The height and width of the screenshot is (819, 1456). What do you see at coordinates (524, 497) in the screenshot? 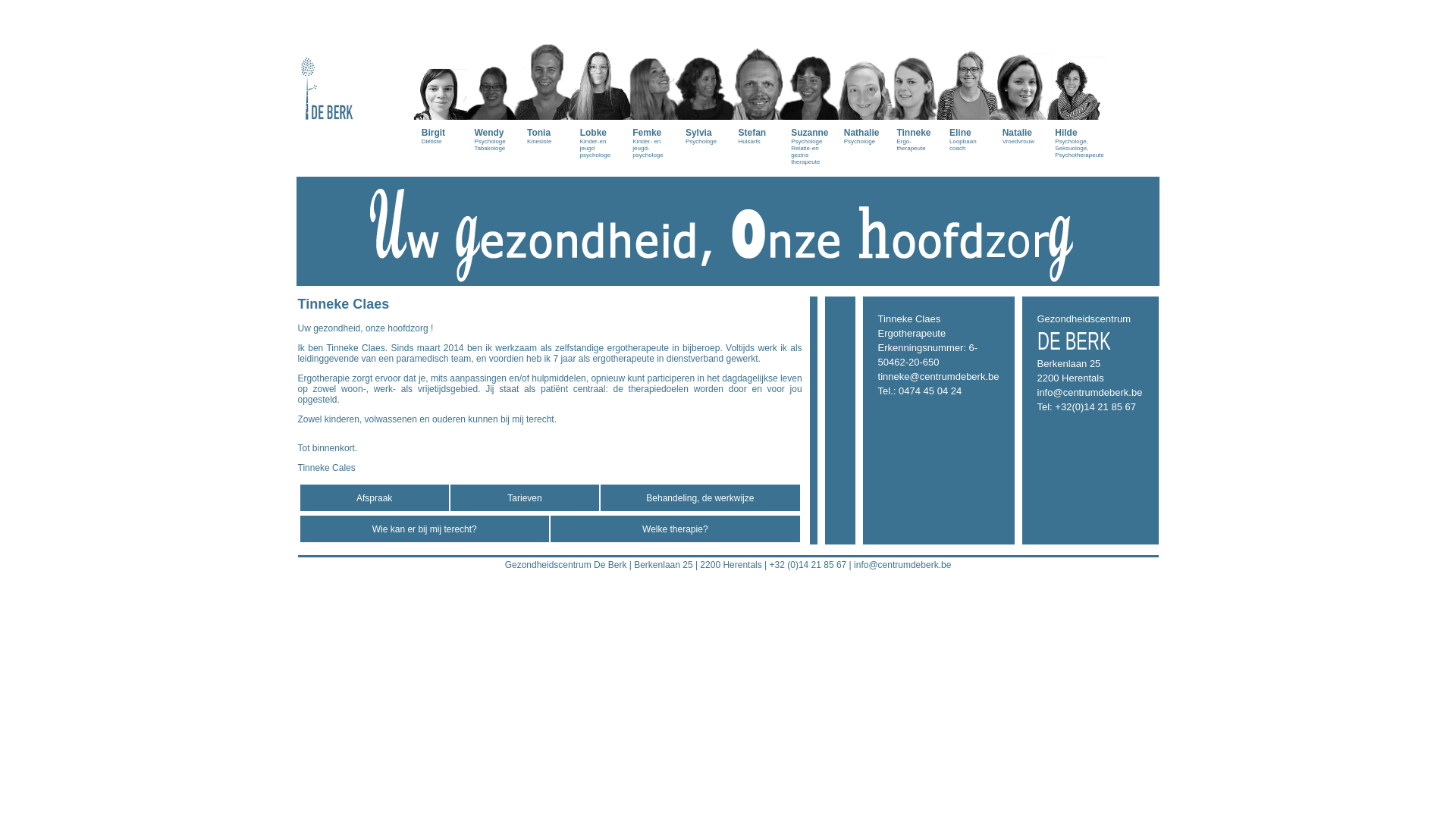
I see `'Tarieven'` at bounding box center [524, 497].